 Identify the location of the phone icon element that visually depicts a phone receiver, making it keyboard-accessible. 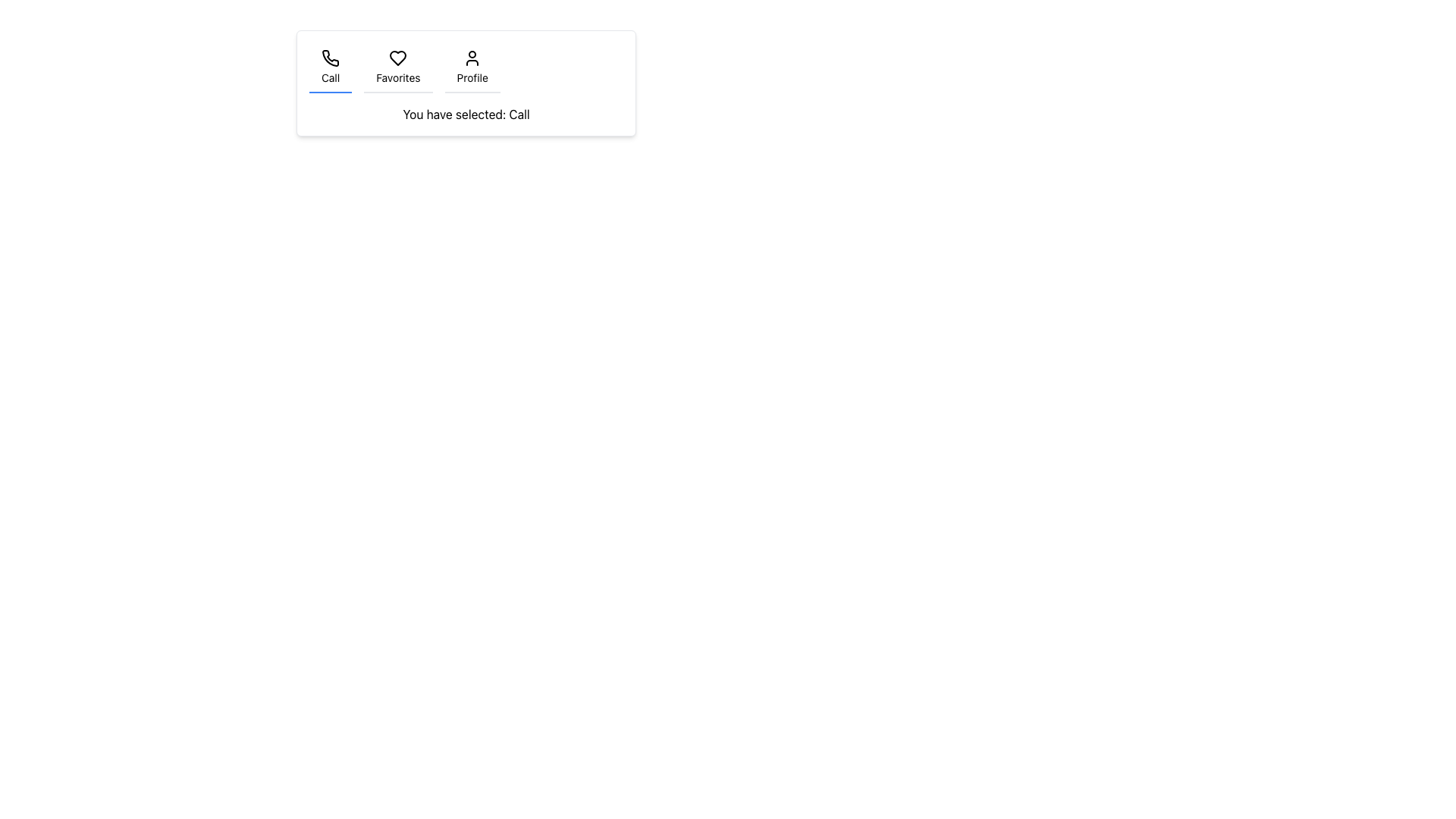
(330, 58).